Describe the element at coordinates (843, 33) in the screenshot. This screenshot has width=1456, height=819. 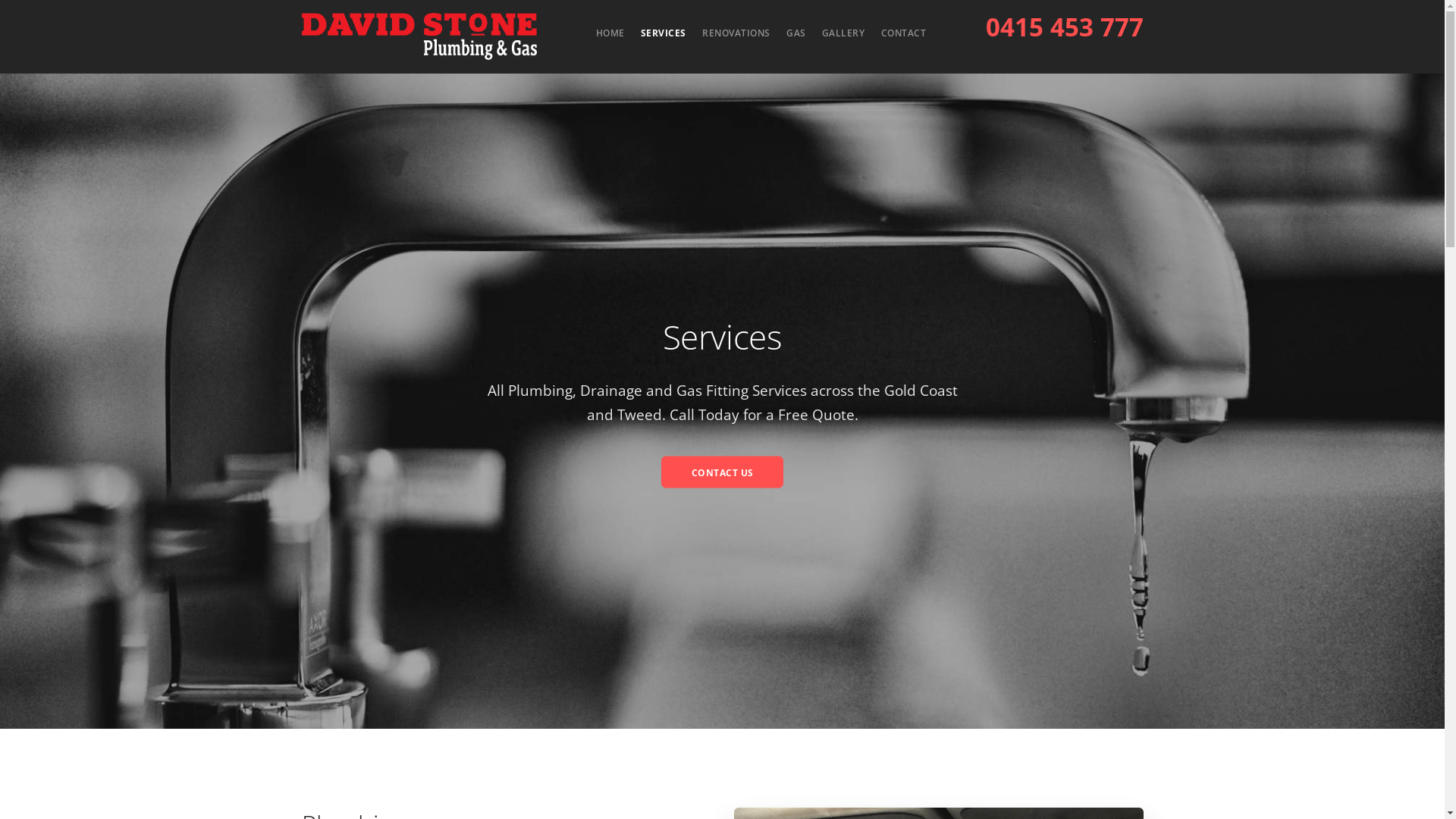
I see `'GALLERY'` at that location.